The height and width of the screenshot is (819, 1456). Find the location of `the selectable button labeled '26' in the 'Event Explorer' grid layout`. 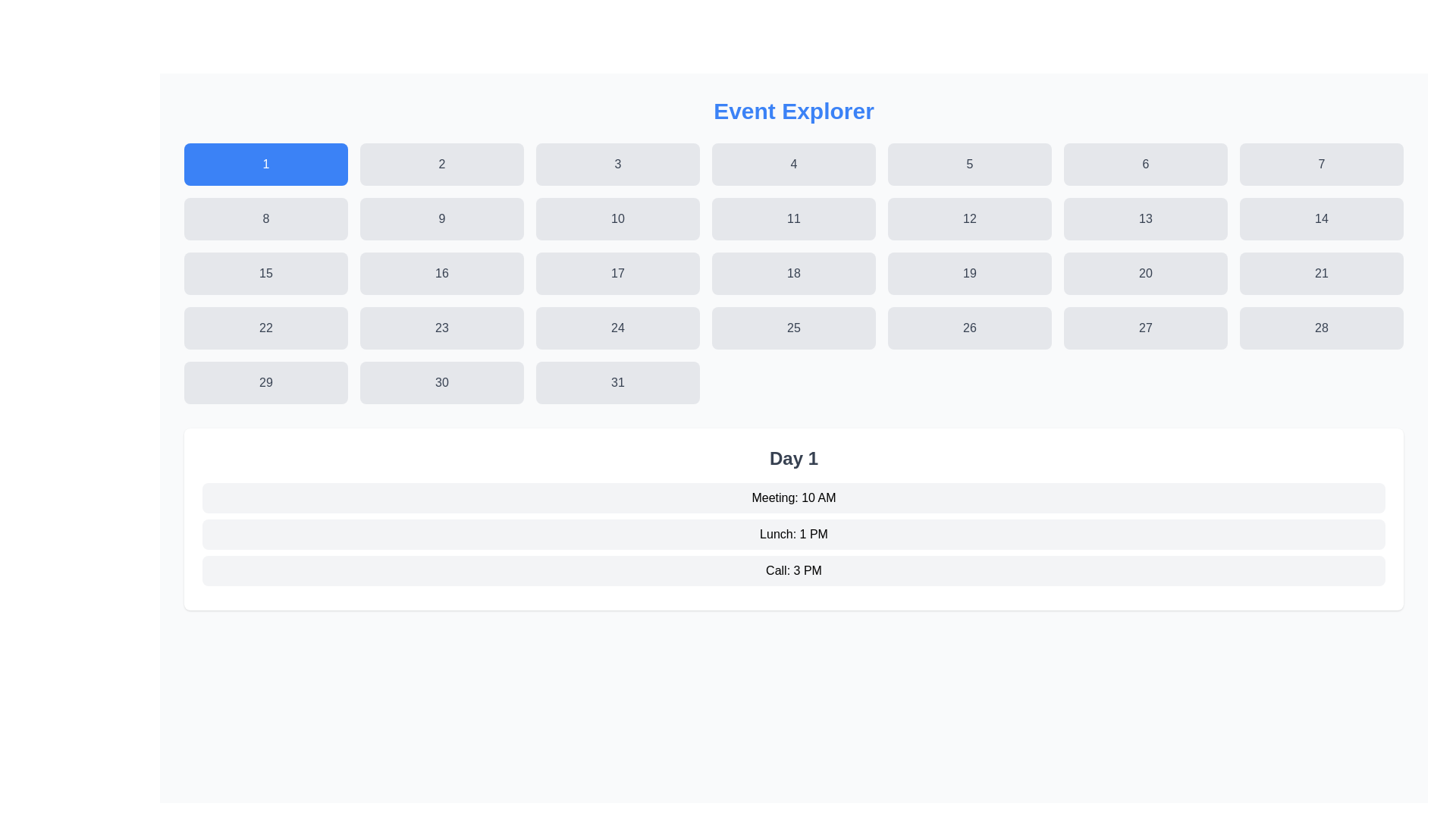

the selectable button labeled '26' in the 'Event Explorer' grid layout is located at coordinates (968, 327).